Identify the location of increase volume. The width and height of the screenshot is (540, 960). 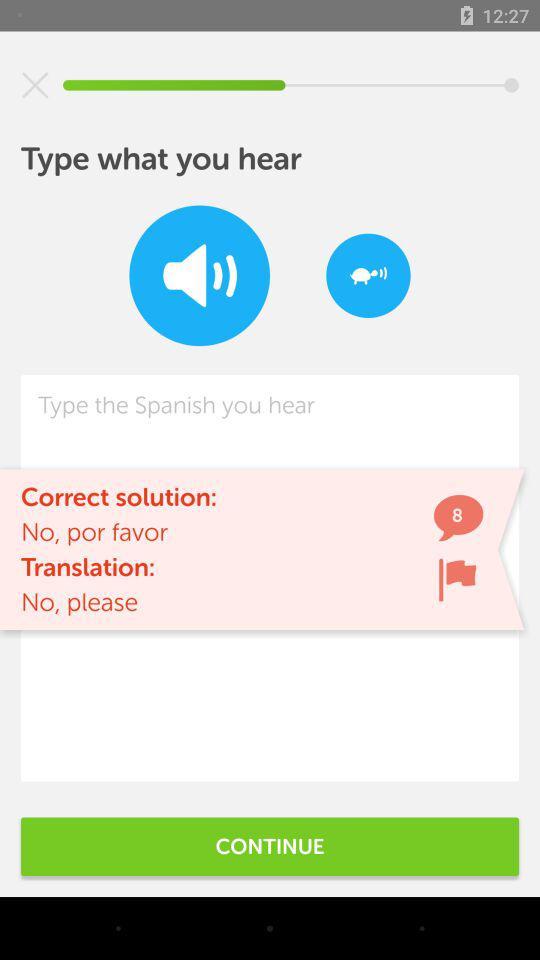
(199, 274).